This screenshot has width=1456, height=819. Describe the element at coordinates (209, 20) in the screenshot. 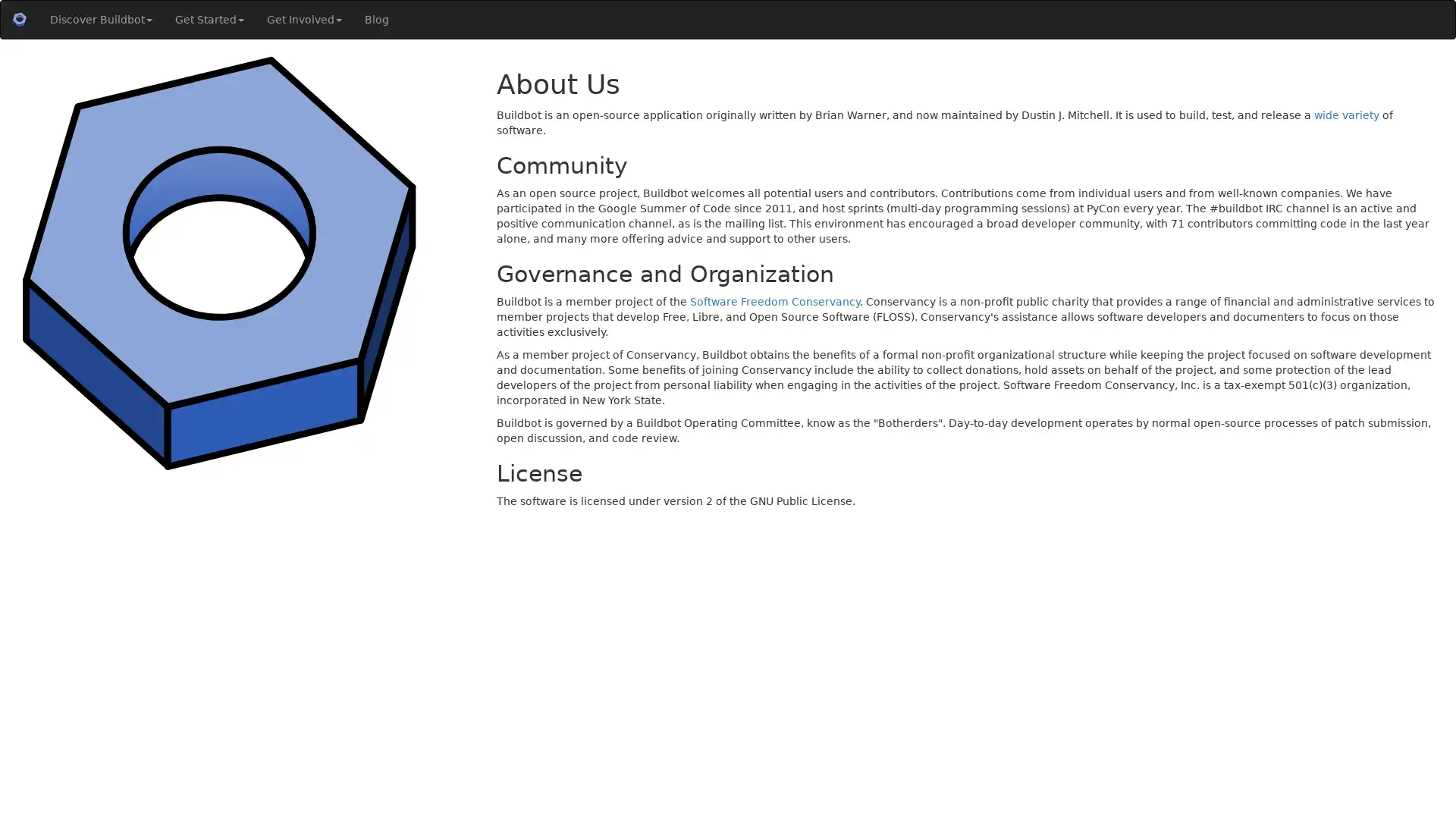

I see `Get Started` at that location.